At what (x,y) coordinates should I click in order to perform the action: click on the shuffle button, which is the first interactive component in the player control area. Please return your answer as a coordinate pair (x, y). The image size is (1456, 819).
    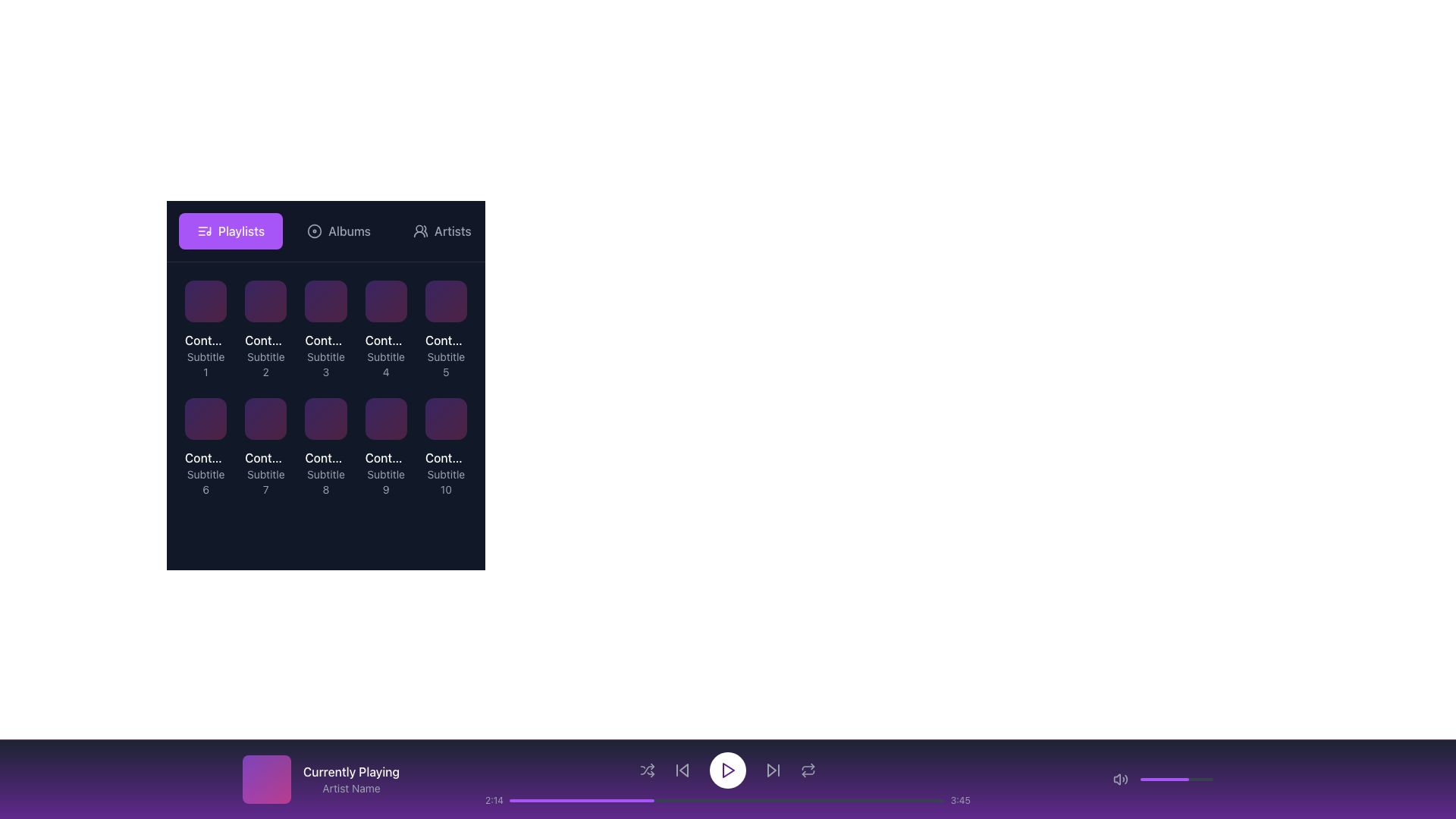
    Looking at the image, I should click on (648, 770).